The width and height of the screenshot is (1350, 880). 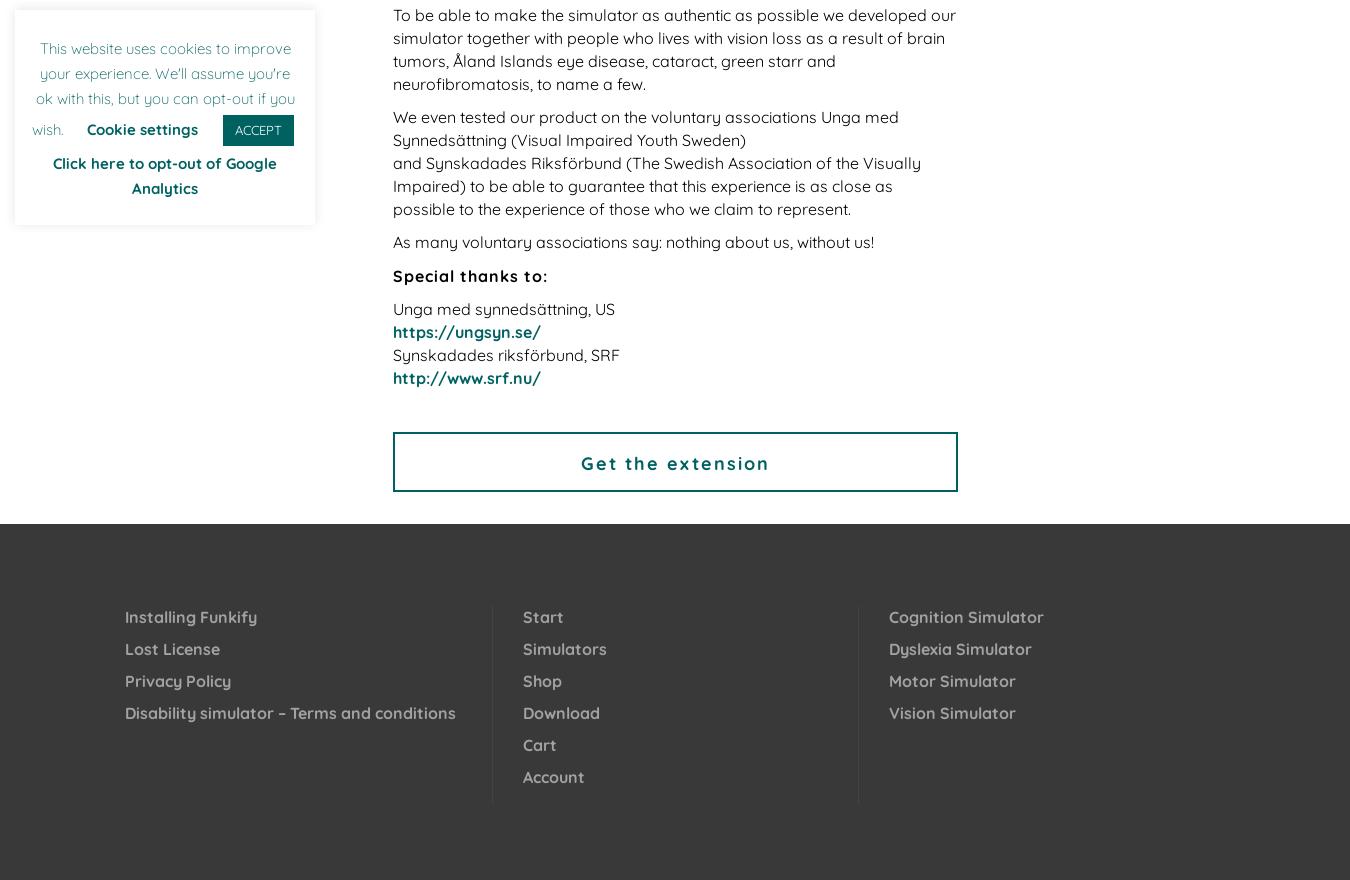 What do you see at coordinates (540, 680) in the screenshot?
I see `'Shop'` at bounding box center [540, 680].